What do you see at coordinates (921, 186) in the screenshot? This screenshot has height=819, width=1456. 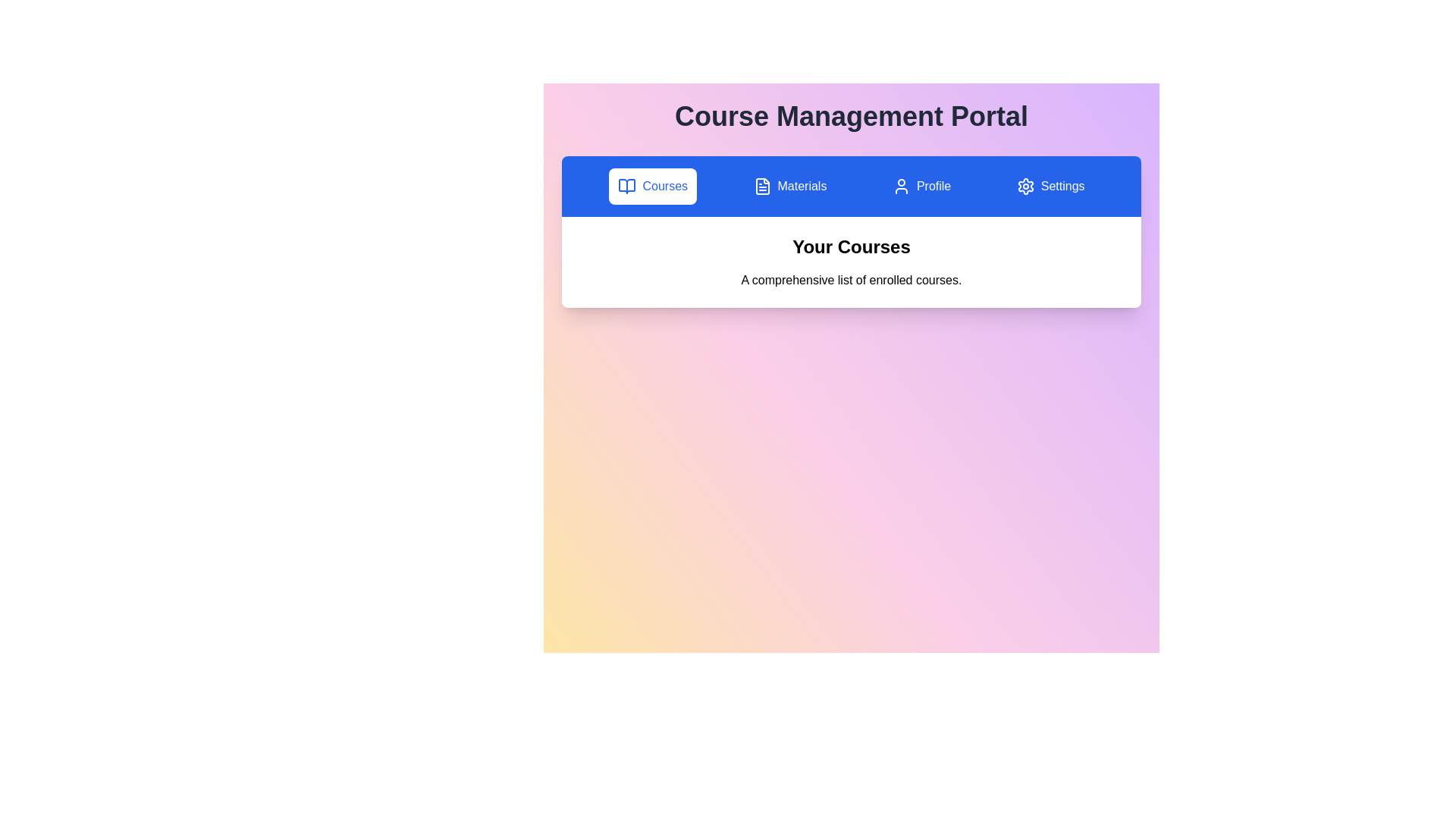 I see `the third button in the navigation bar` at bounding box center [921, 186].